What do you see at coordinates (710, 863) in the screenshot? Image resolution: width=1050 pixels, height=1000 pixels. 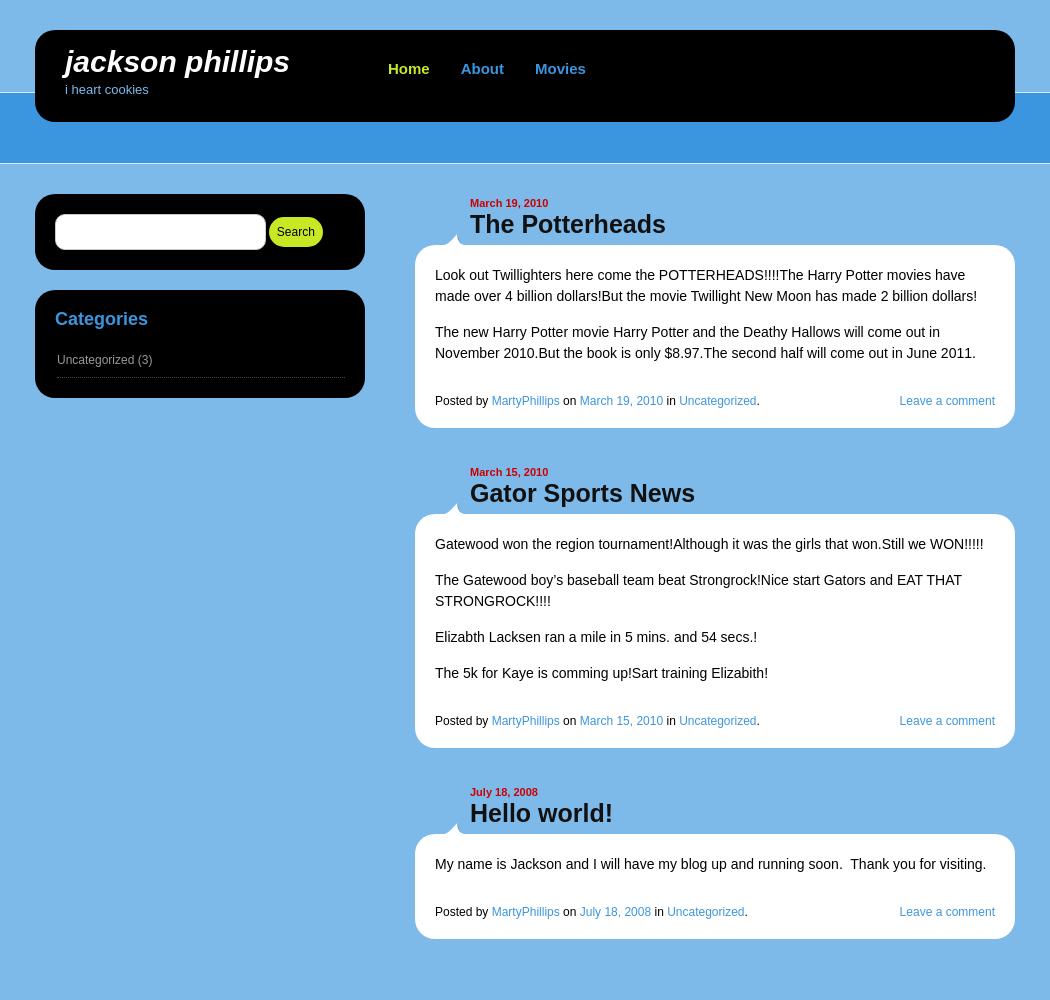 I see `'My name is Jackson and I will have my blog up and running soon.  Thank you for visiting.'` at bounding box center [710, 863].